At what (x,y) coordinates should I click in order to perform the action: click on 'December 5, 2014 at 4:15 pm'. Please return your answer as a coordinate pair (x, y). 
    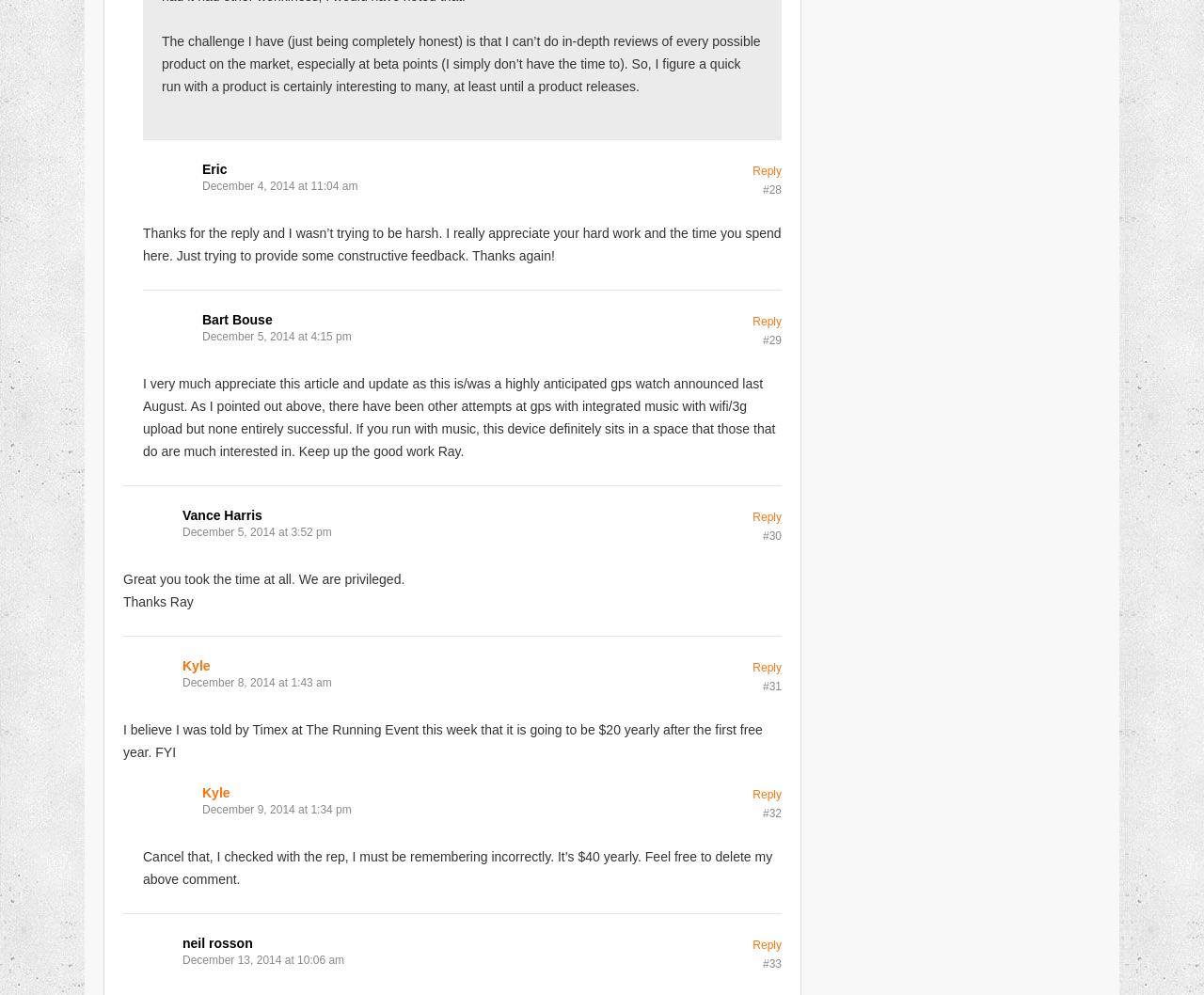
    Looking at the image, I should click on (276, 335).